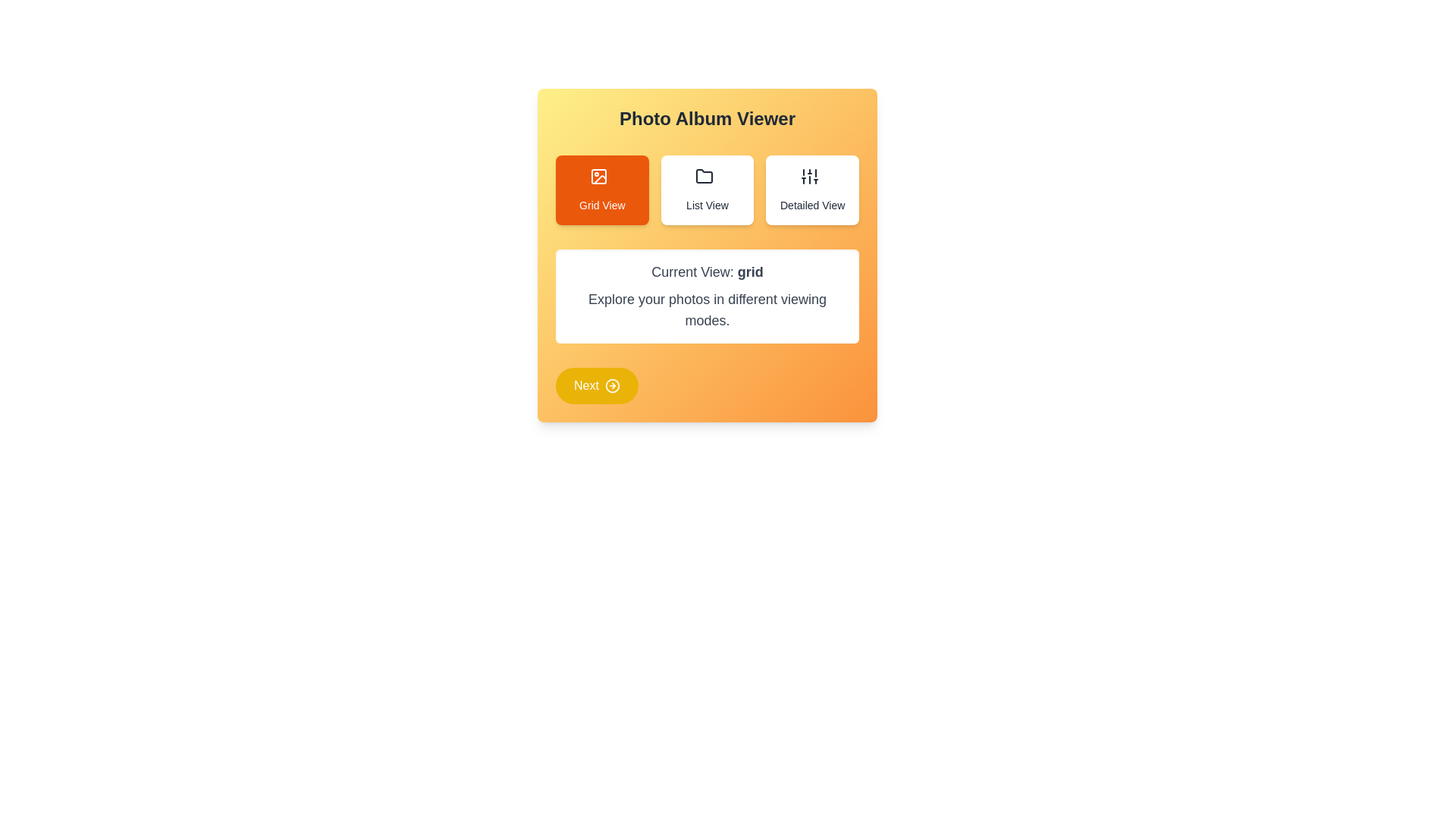 The width and height of the screenshot is (1456, 819). Describe the element at coordinates (811, 205) in the screenshot. I see `the 'Detailed View' text label located within the rightmost card-style button of the view mode options` at that location.